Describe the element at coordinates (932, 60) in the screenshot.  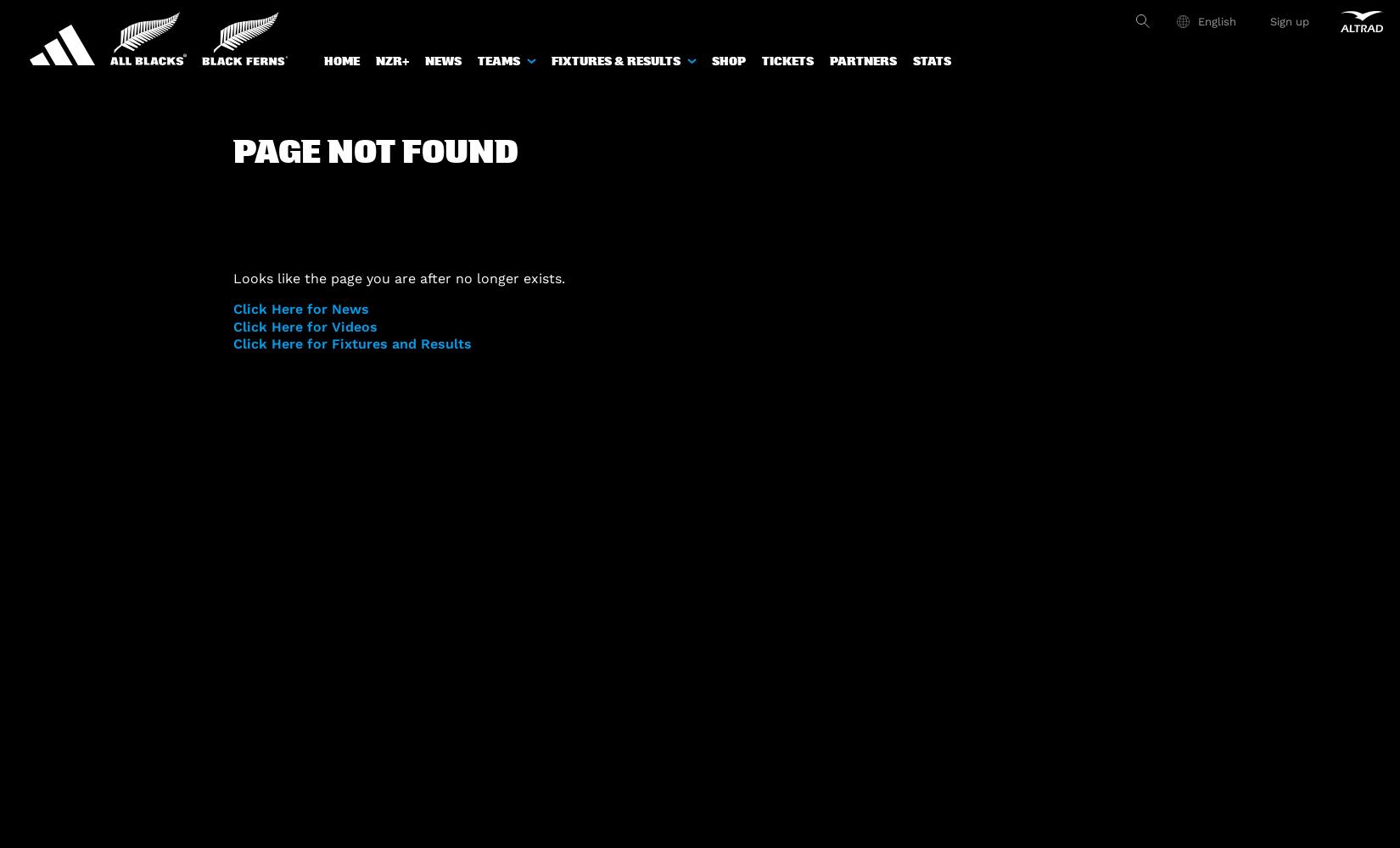
I see `'Stats'` at that location.